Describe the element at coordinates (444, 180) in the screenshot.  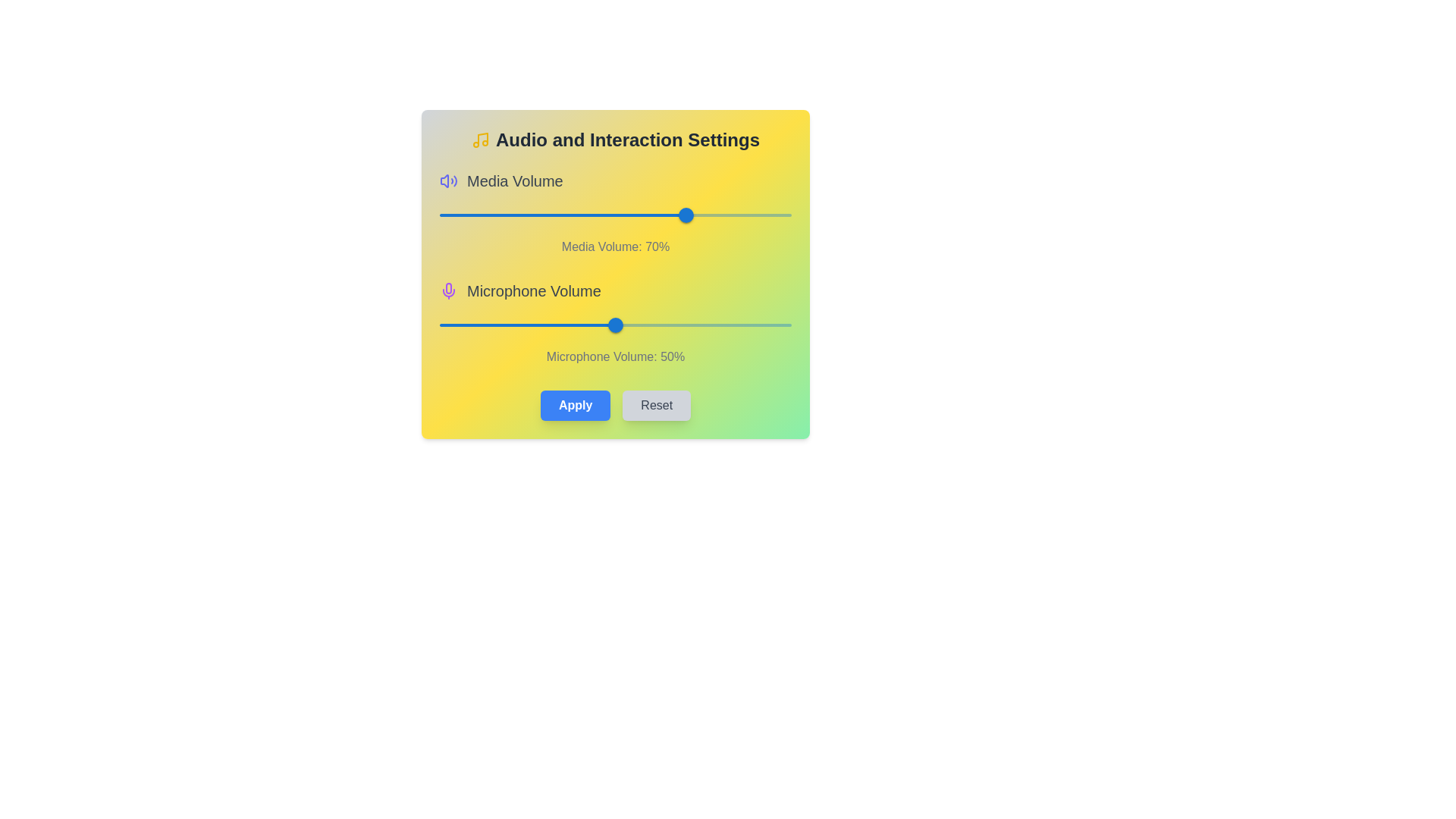
I see `the indigo speaker icon in the audio settings interface, located to the left of the 'Media Volume' label` at that location.